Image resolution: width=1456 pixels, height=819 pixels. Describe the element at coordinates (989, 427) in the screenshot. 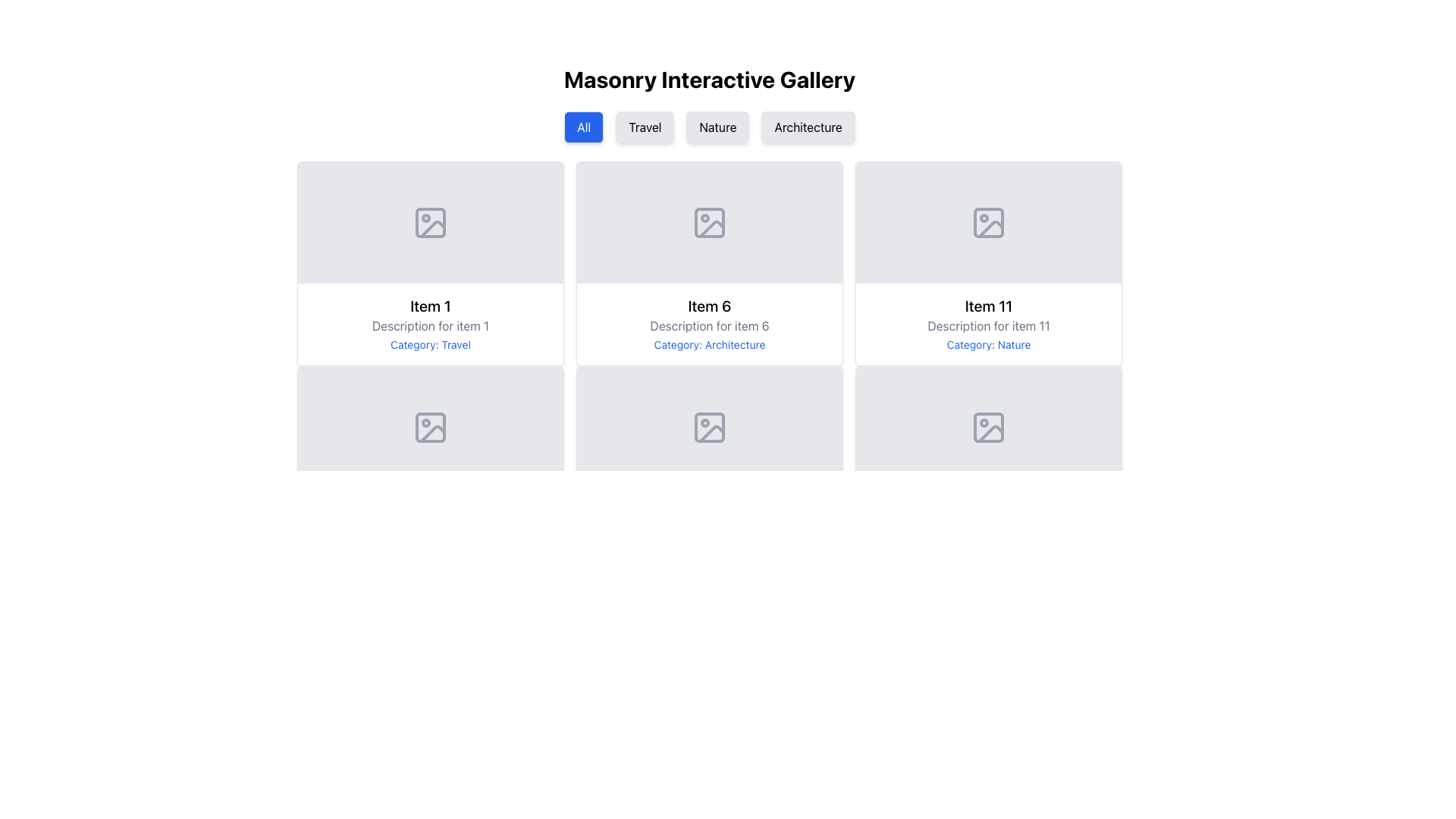

I see `the decorative graphical icon component located in the bottom row, last column of the grid layout, which is part of the 'Item 11' card` at that location.